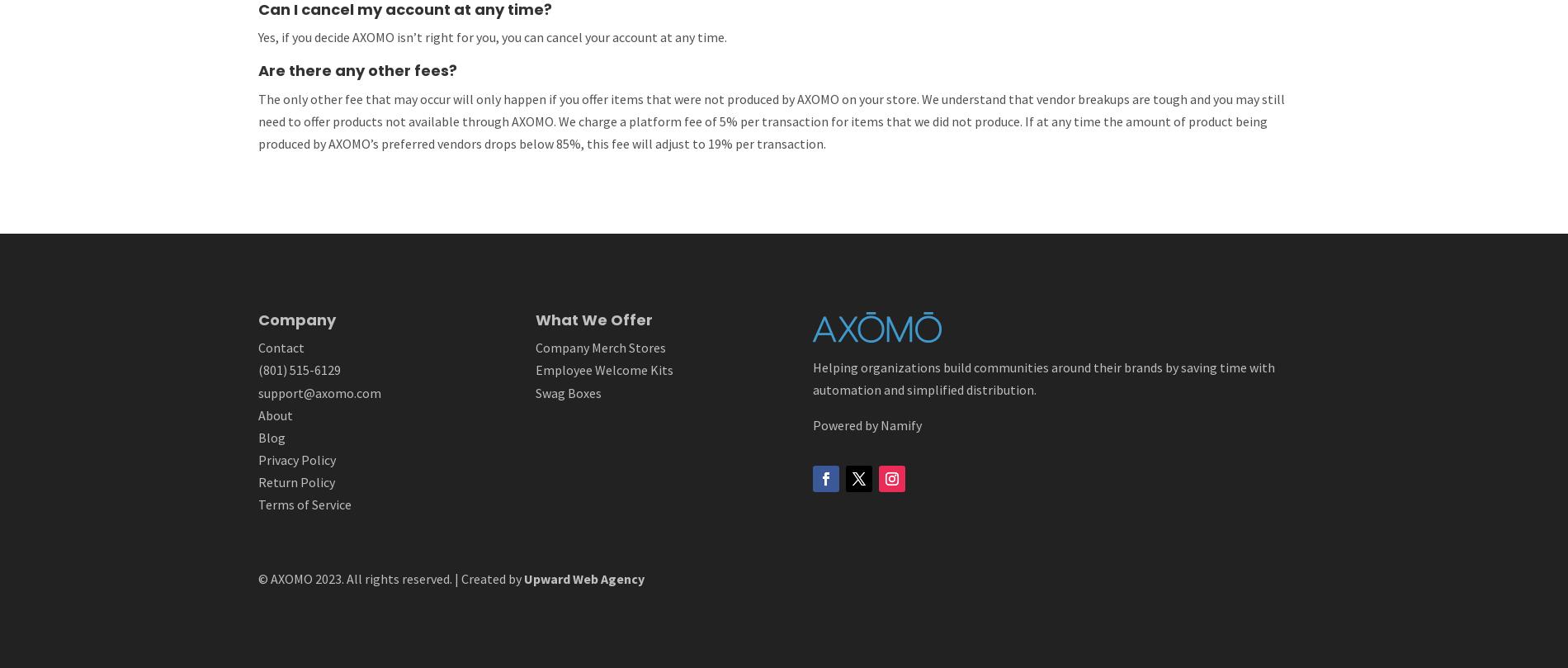  What do you see at coordinates (770, 120) in the screenshot?
I see `'The only other fee that may occur will only happen if you offer items that were not produced by AXOMO on your store. We understand that vendor breakups are tough and you may still need to offer products not available through AXOMO. We charge a platform fee of 5% per transaction for items that we did not produce. If at any time the amount of product being produced by AXOMO’s preferred vendors drops below 85%, this fee will adjust to 19% per transaction.'` at bounding box center [770, 120].